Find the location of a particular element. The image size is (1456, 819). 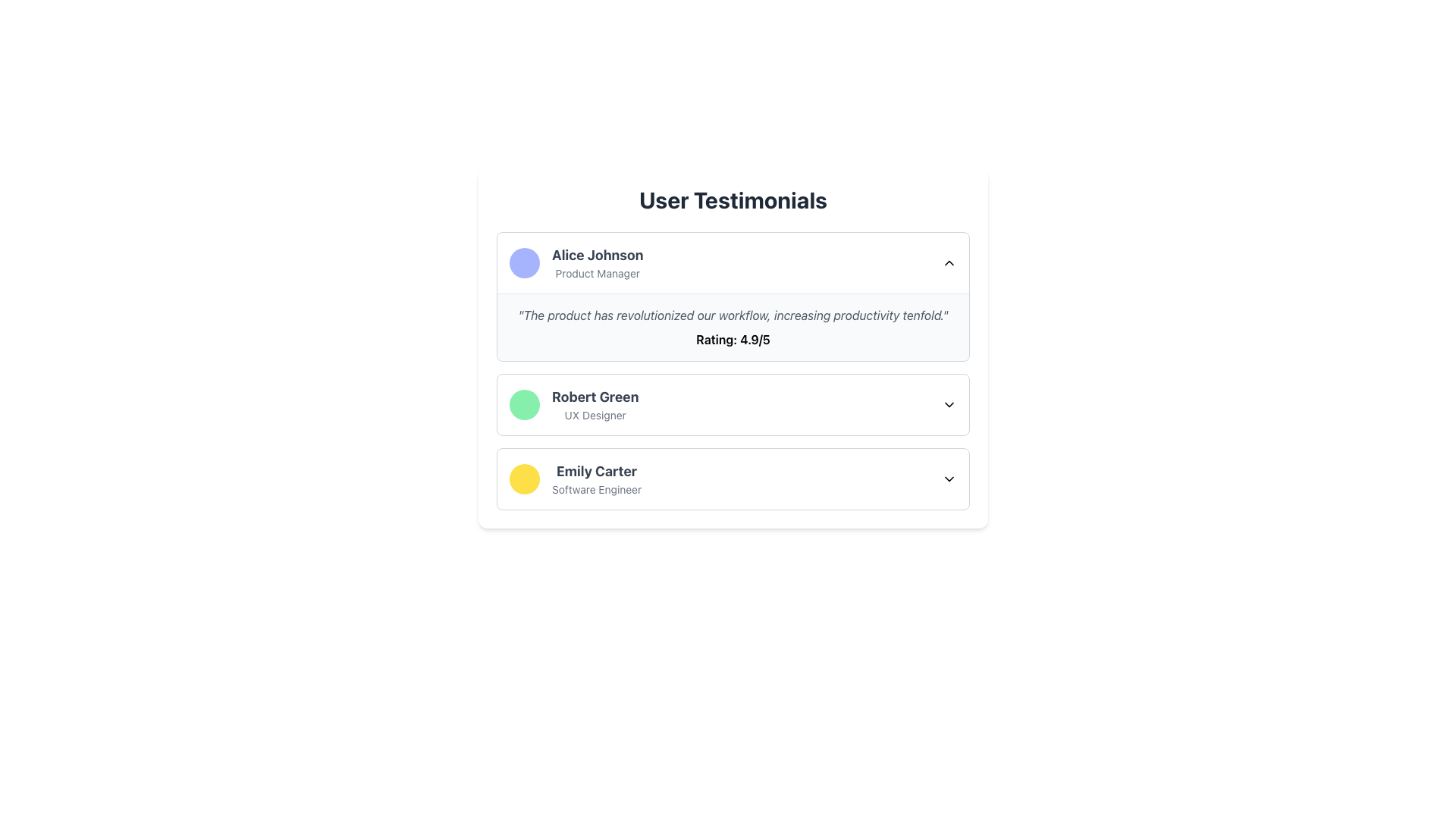

displayed text of the Multi-line text label that identifies the individual, positioned within the top testimonial card, to the right of the indigo circular icon is located at coordinates (597, 262).